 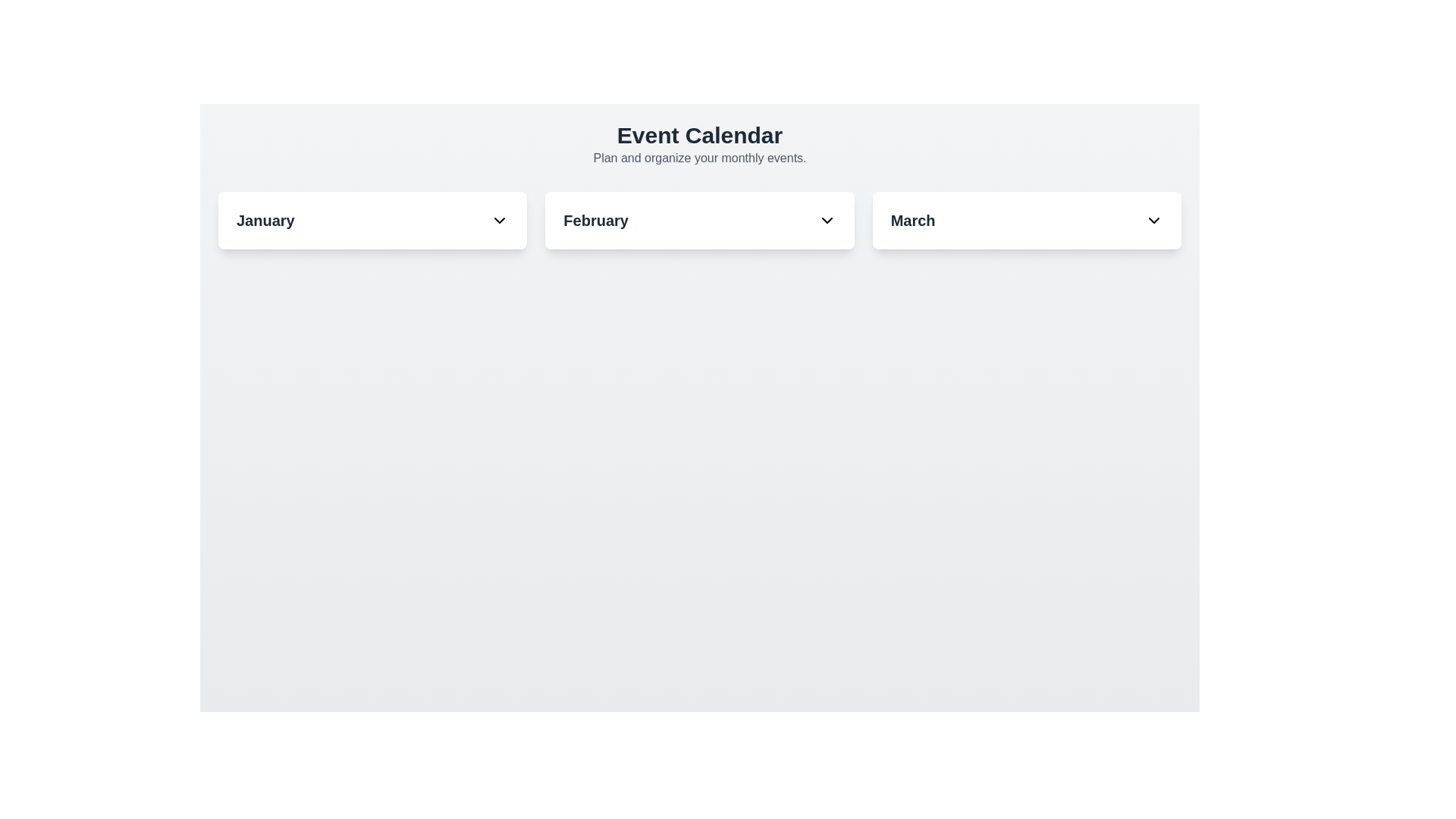 What do you see at coordinates (595, 220) in the screenshot?
I see `the text label indicating the currently selected month, which is positioned between the labels for 'January' and 'March'` at bounding box center [595, 220].